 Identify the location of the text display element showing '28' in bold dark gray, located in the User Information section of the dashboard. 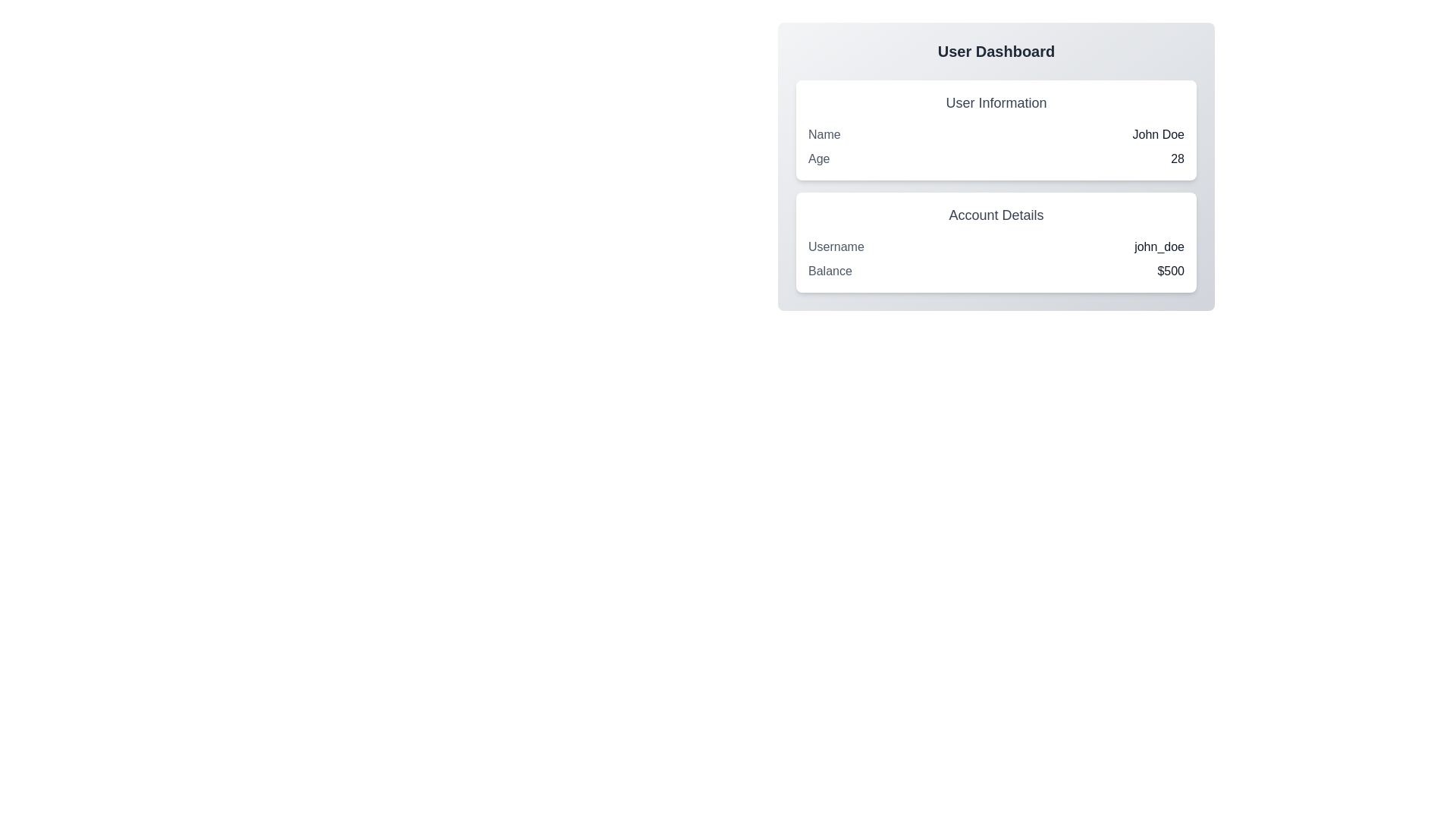
(1177, 158).